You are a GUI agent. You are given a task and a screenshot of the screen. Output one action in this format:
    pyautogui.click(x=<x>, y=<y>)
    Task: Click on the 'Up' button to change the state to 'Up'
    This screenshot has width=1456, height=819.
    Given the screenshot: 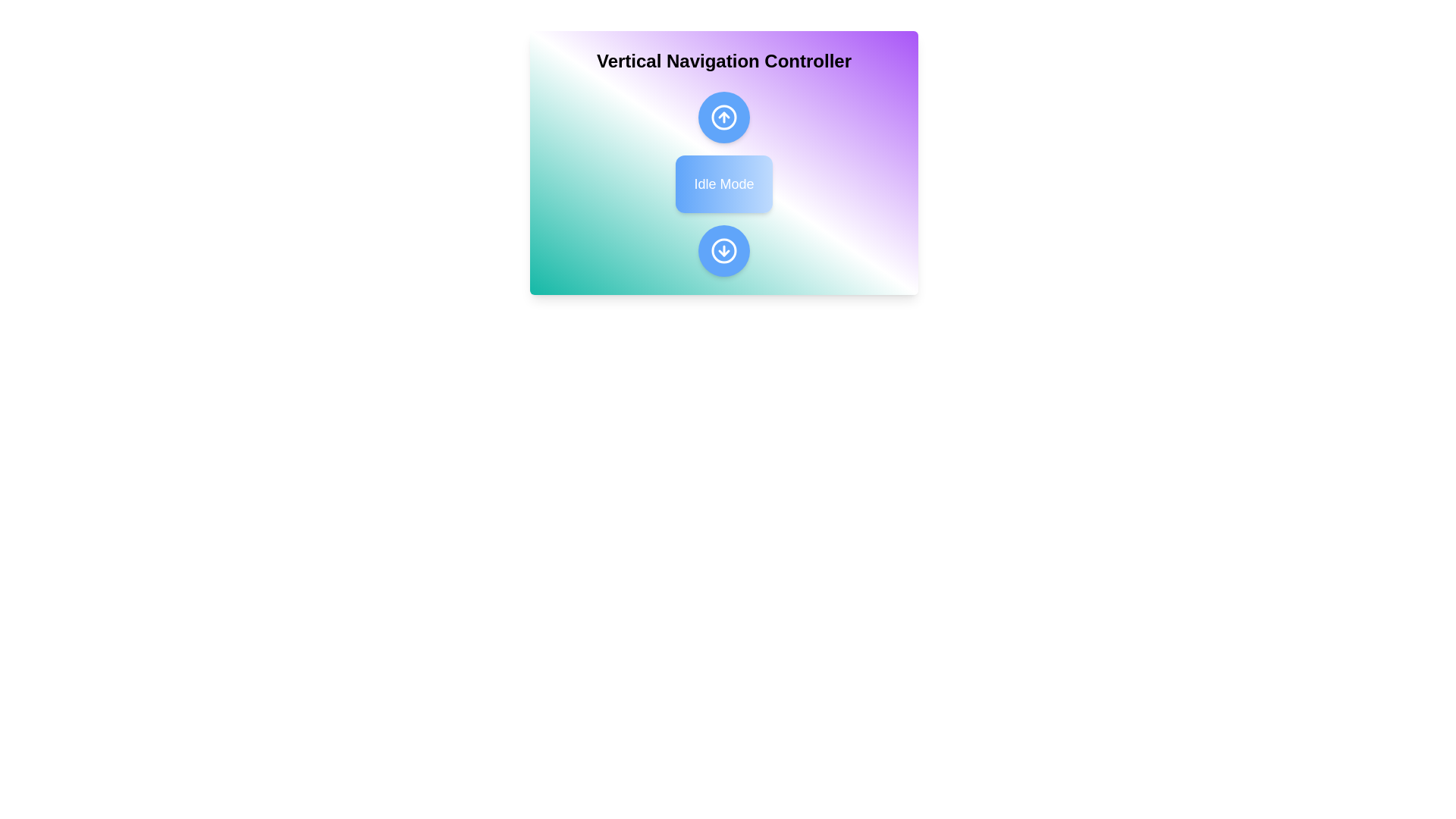 What is the action you would take?
    pyautogui.click(x=723, y=116)
    